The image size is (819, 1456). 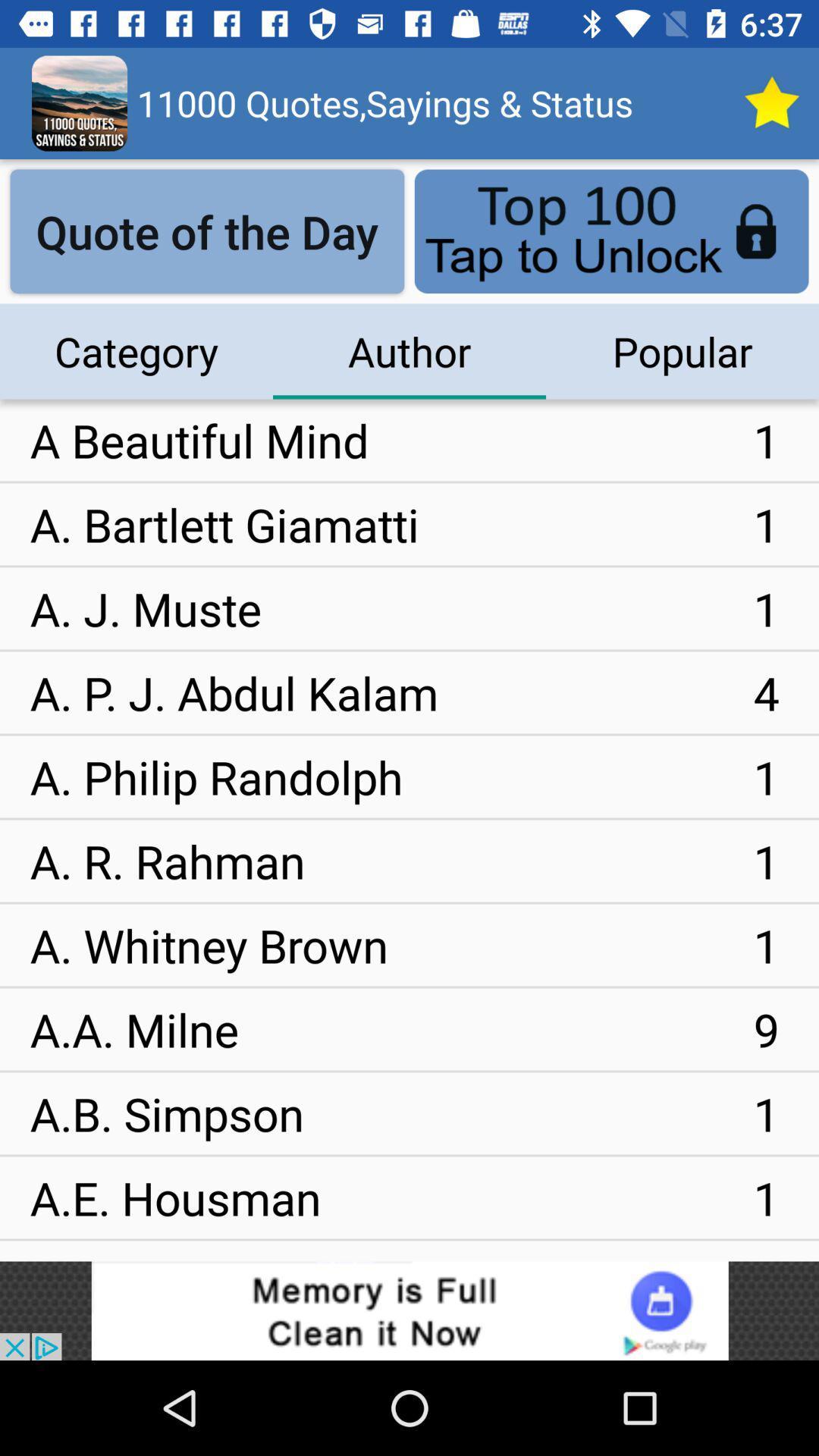 What do you see at coordinates (610, 231) in the screenshot?
I see `the blue color button above popular` at bounding box center [610, 231].